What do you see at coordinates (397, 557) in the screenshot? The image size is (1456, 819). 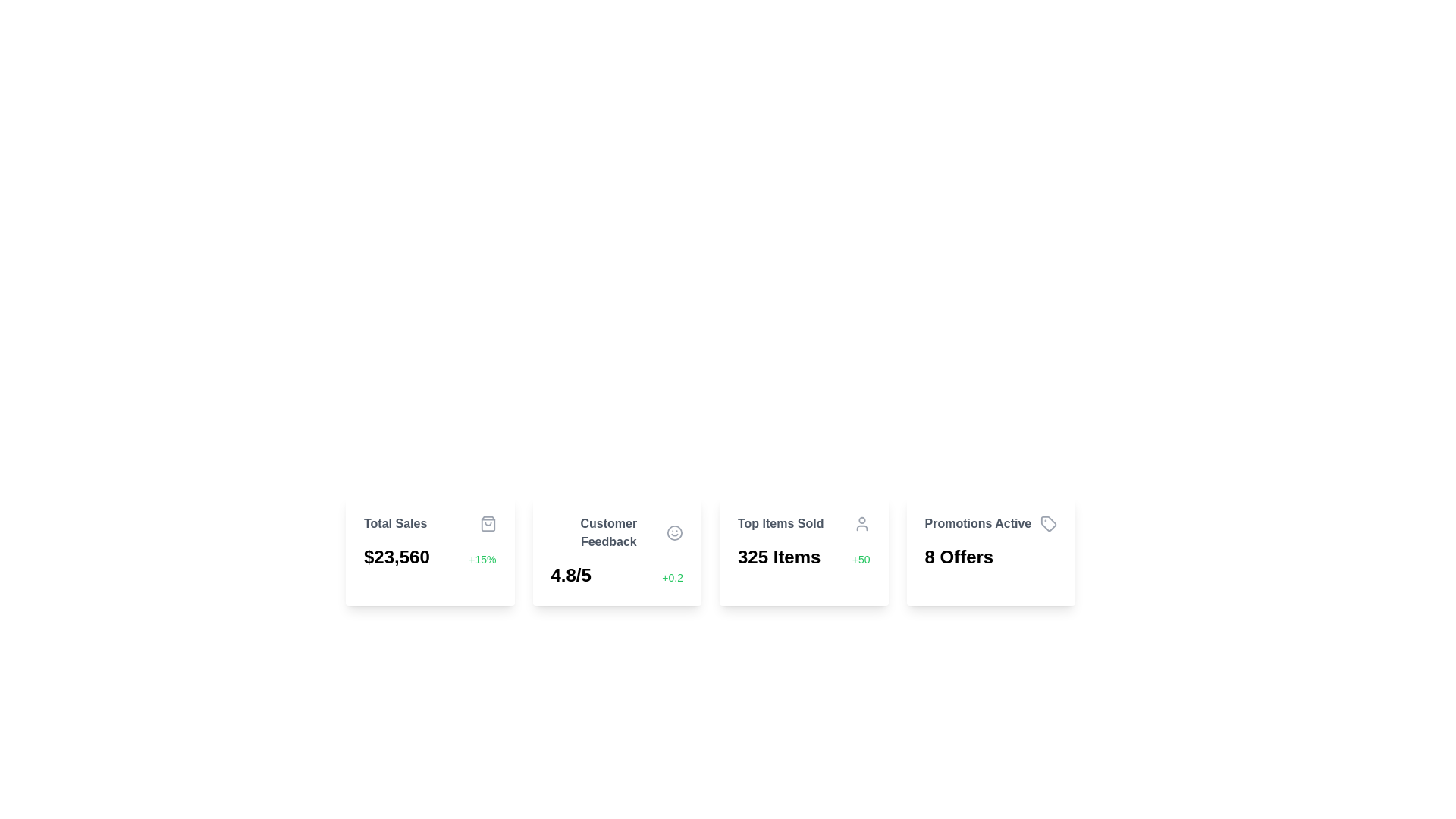 I see `the text displaying the total sales value located in the 'Total Sales' card, which is positioned towards the top-left of the card, above the smaller green text that reads '+15%'` at bounding box center [397, 557].